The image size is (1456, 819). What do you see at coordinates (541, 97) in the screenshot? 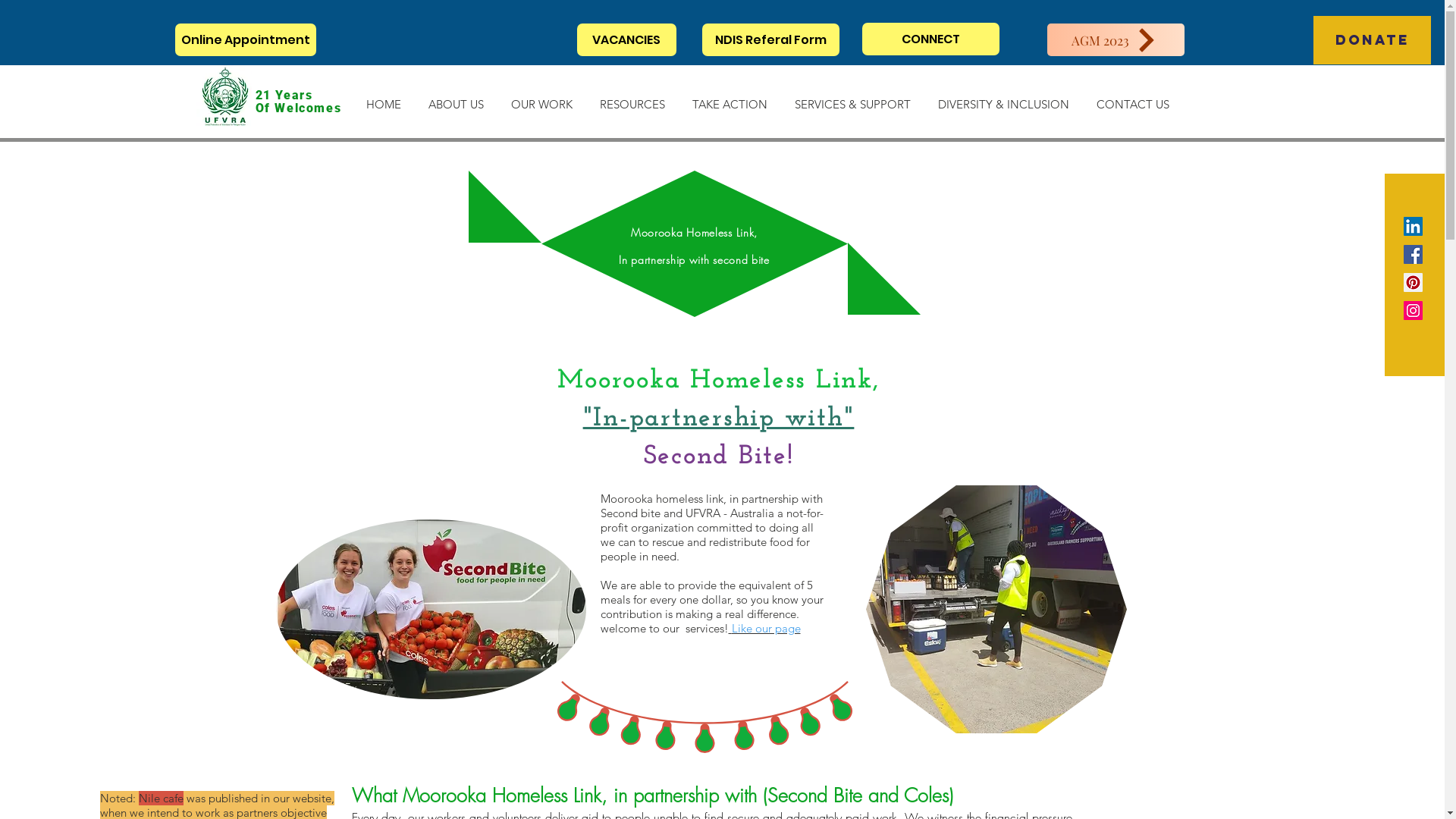
I see `'OUR WORK'` at bounding box center [541, 97].